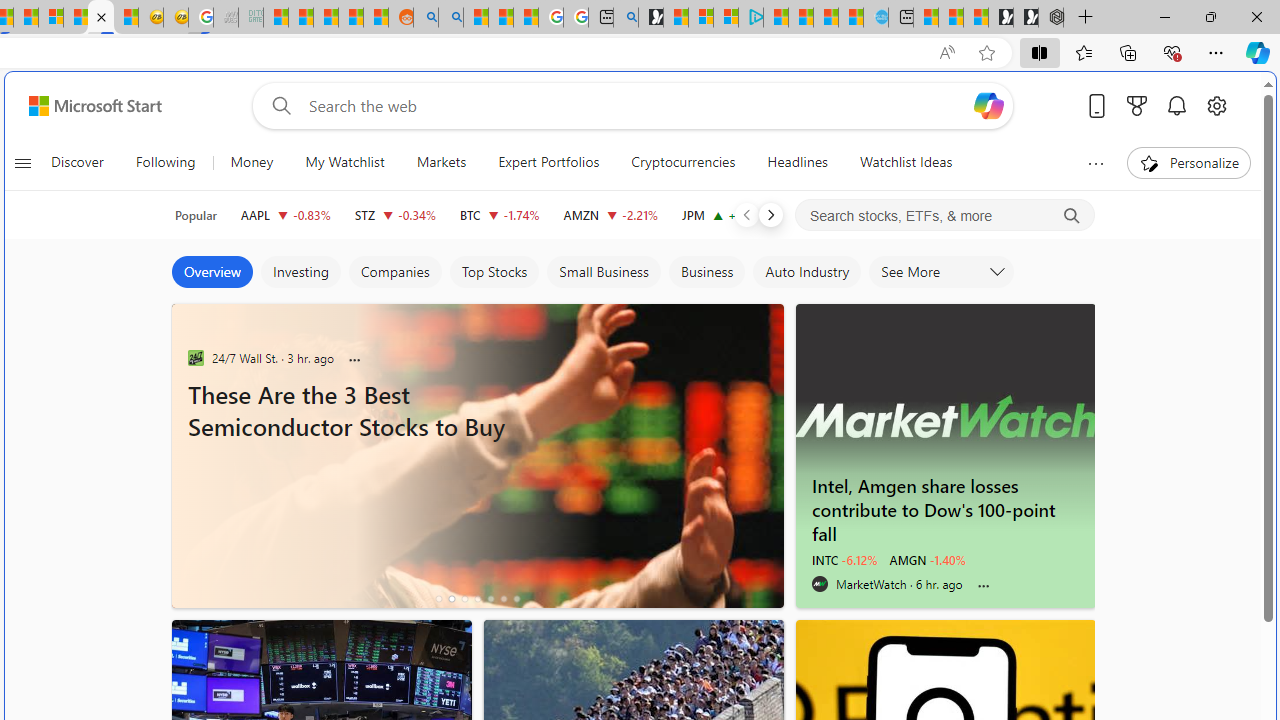 This screenshot has height=720, width=1280. I want to click on 'Small Business', so click(602, 272).